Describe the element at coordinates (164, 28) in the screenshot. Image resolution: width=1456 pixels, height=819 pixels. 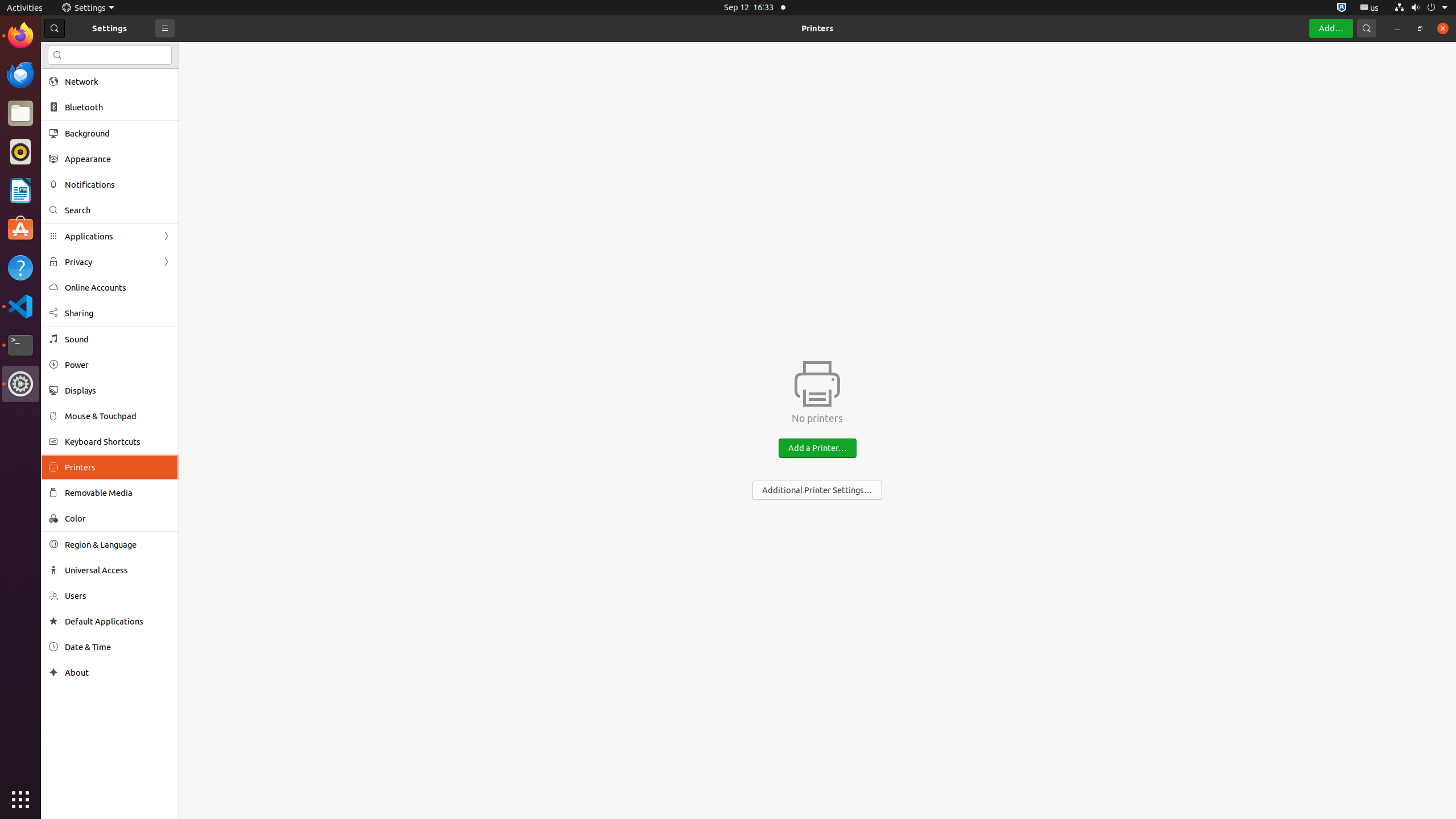
I see `'Primary Menu'` at that location.